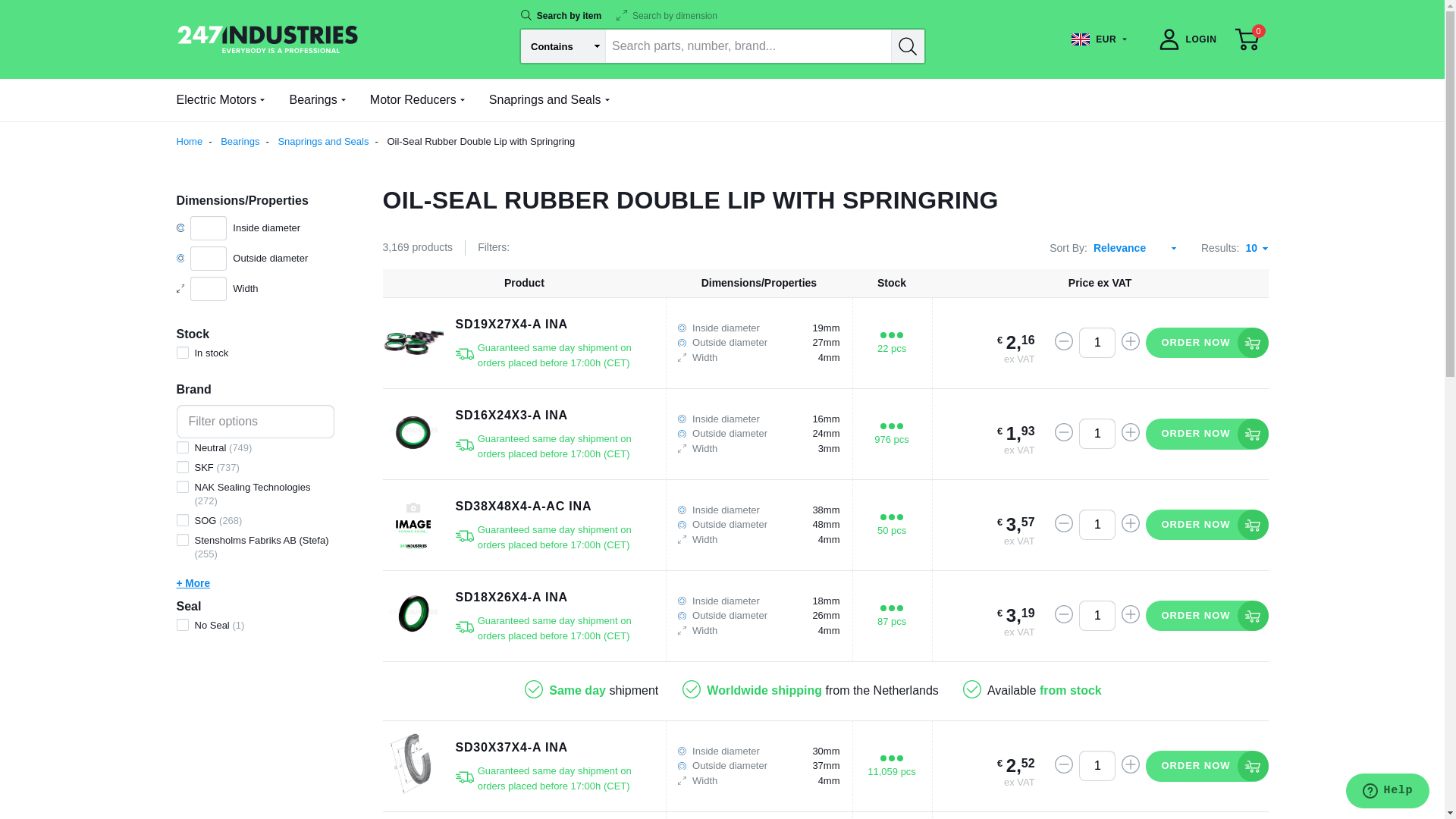 Image resolution: width=1456 pixels, height=819 pixels. What do you see at coordinates (1100, 282) in the screenshot?
I see `'Price ex VAT'` at bounding box center [1100, 282].